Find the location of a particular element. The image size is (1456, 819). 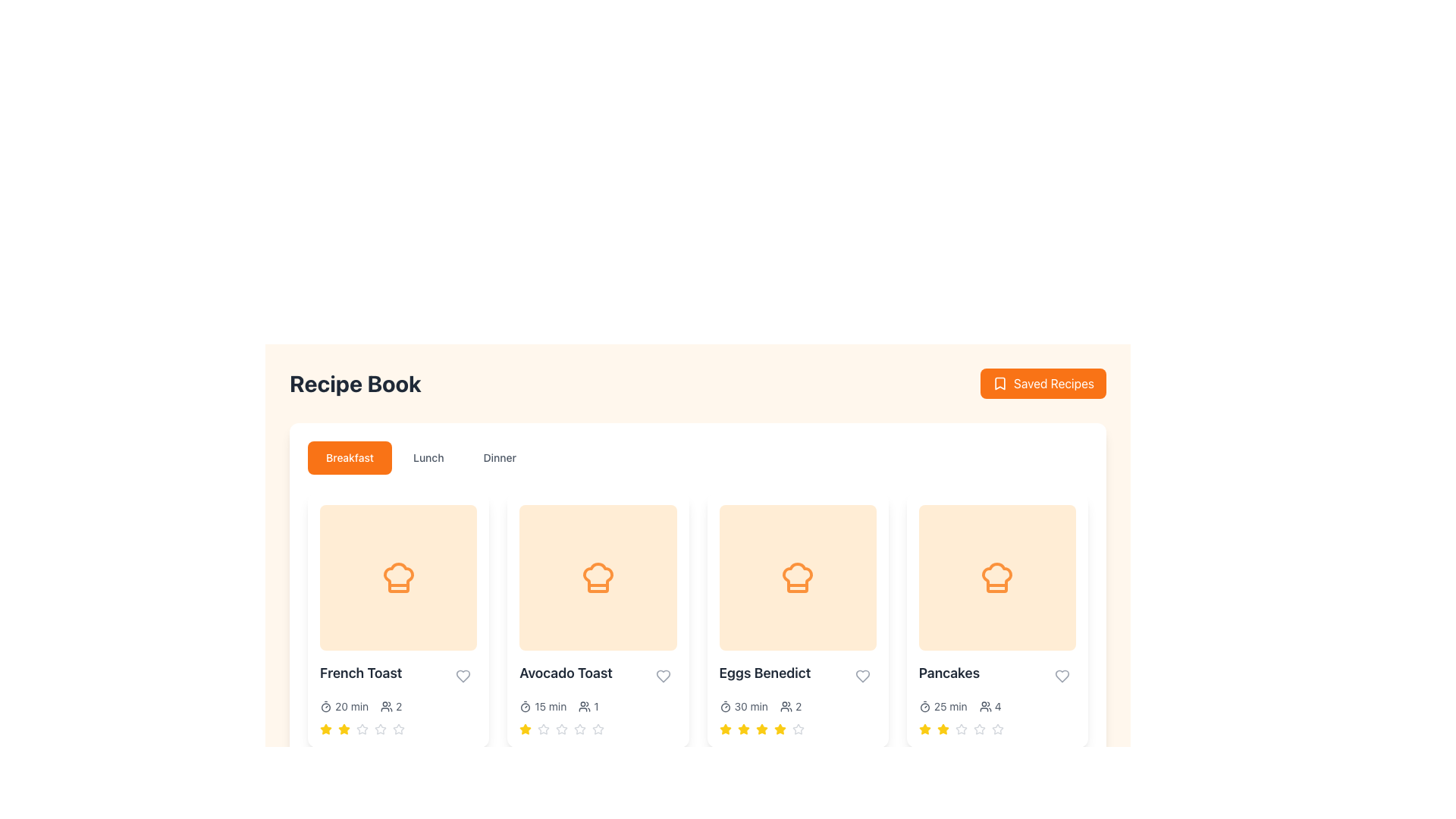

the text label indicating the number of people associated with the 'Eggs Benedict' recipe, located under the third card in a horizontally scrolling list of recipe options is located at coordinates (798, 707).